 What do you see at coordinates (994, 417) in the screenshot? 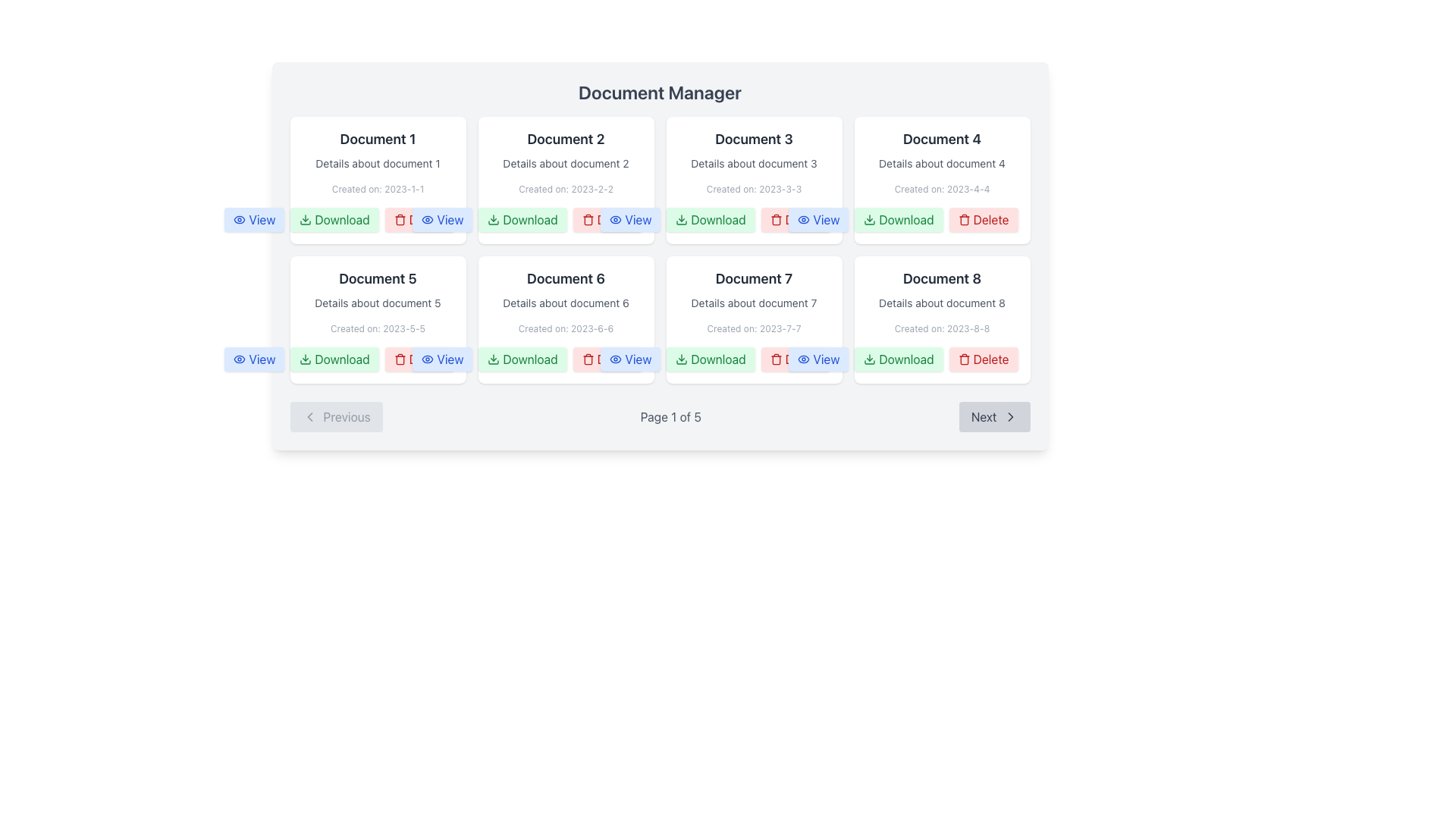
I see `the 'Next' button with a gray background and dark text` at bounding box center [994, 417].